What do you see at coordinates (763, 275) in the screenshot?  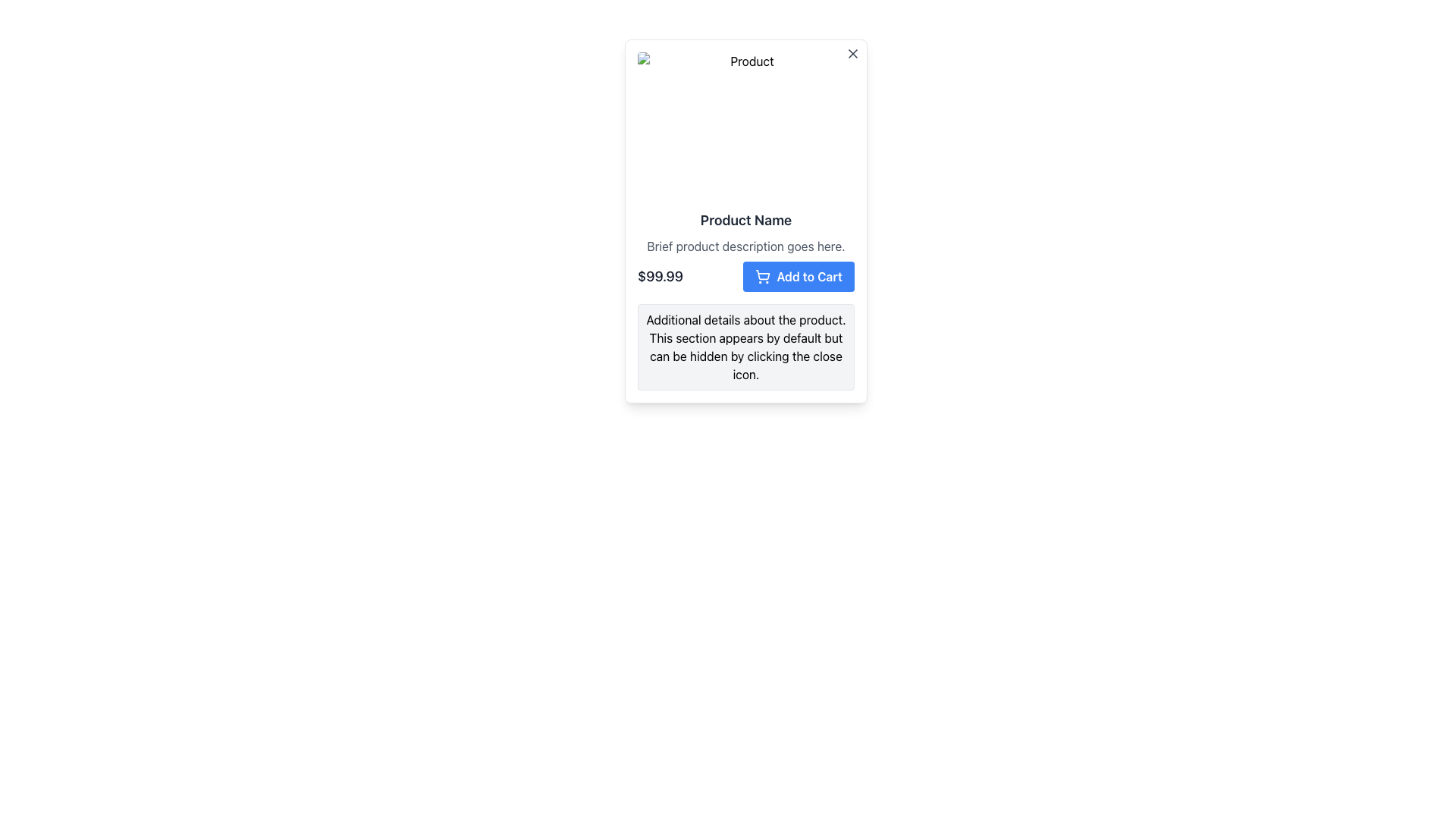 I see `the cart icon located on the left side of the 'Add to Cart' button to initiate adding a product to the shopping basket` at bounding box center [763, 275].